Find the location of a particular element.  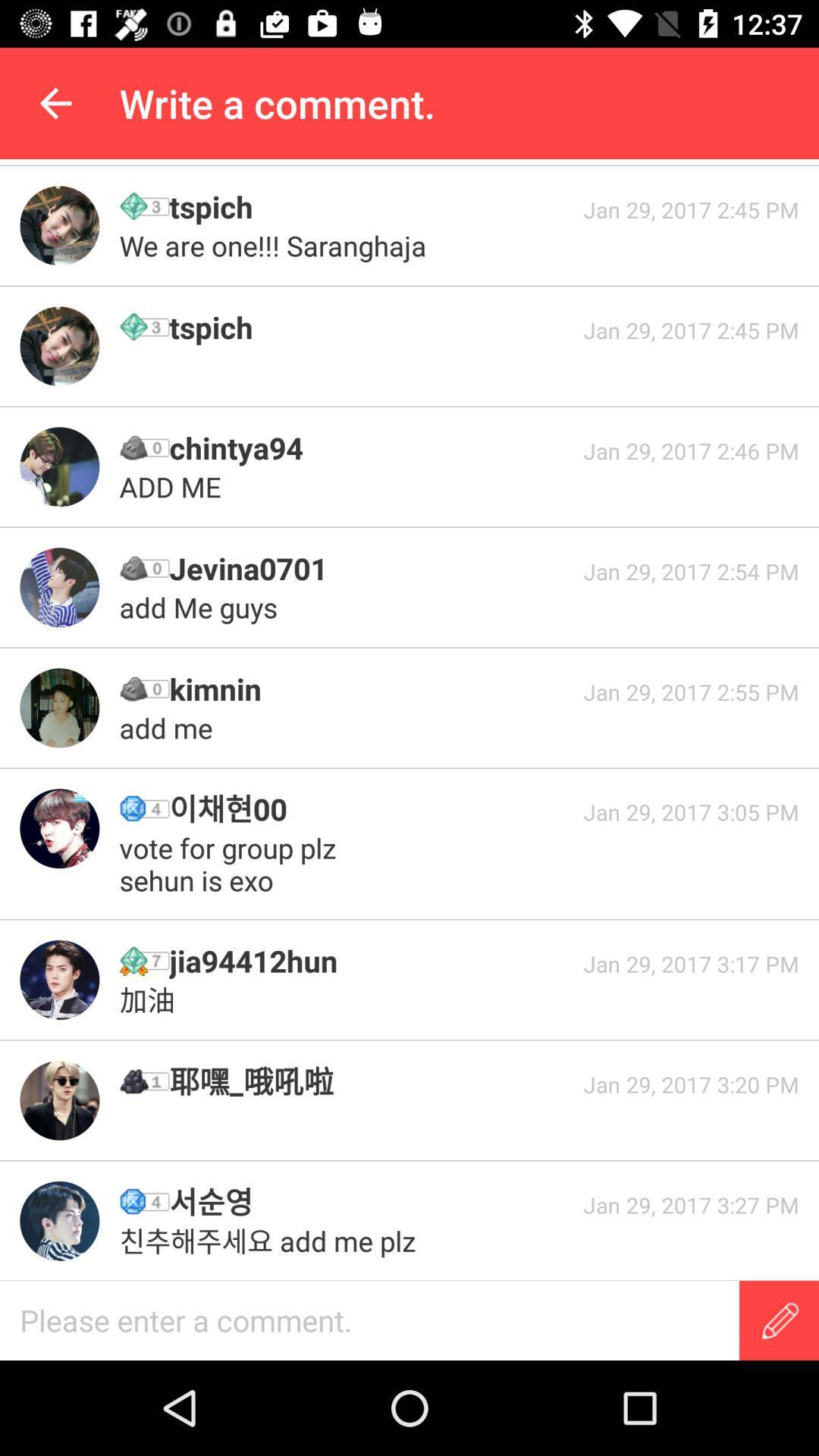

profile is located at coordinates (58, 1100).